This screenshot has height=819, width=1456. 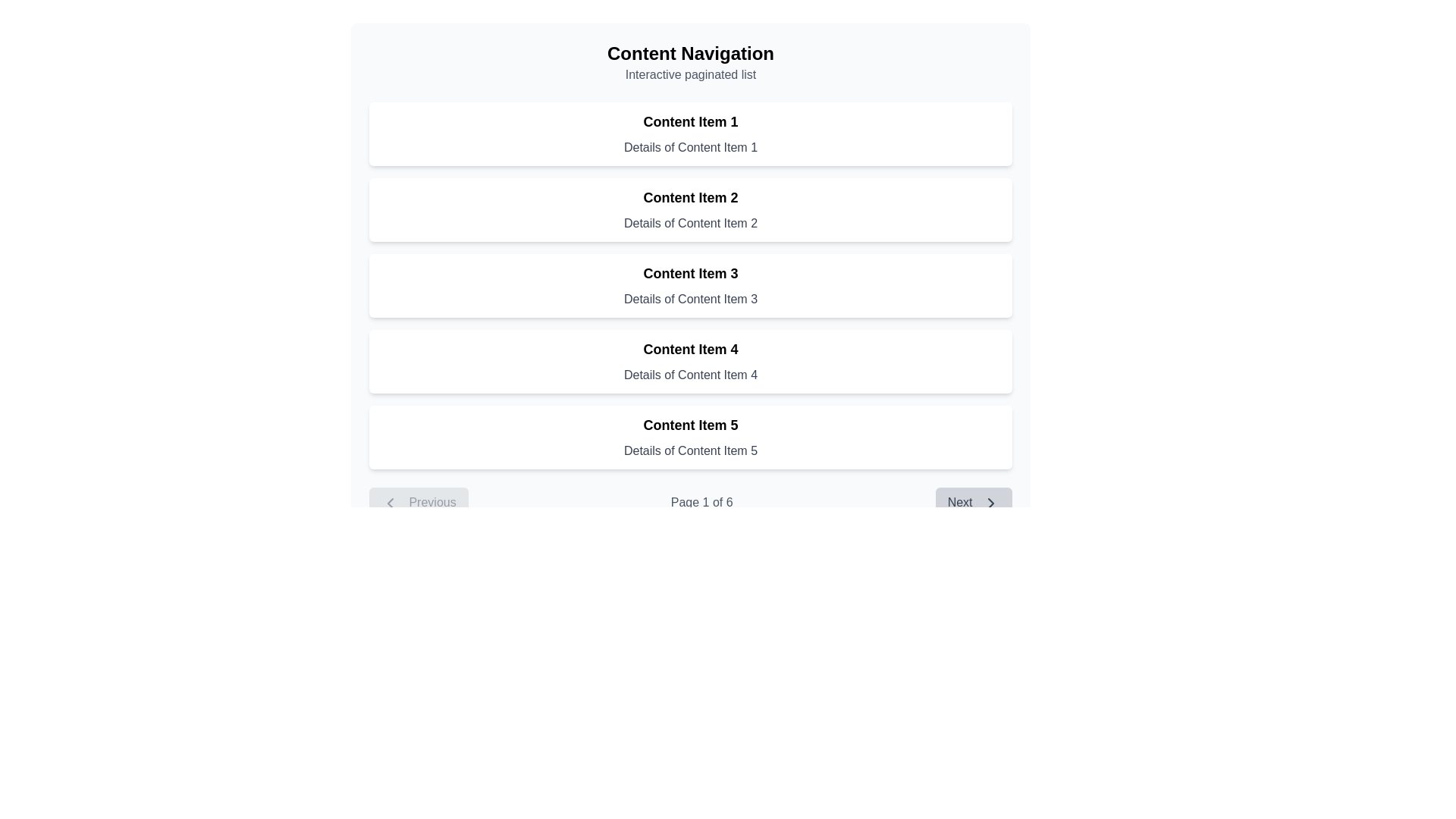 I want to click on content displayed on the fifth card in the 'Content Navigation' list, located below 'Content Item 4', so click(x=690, y=438).